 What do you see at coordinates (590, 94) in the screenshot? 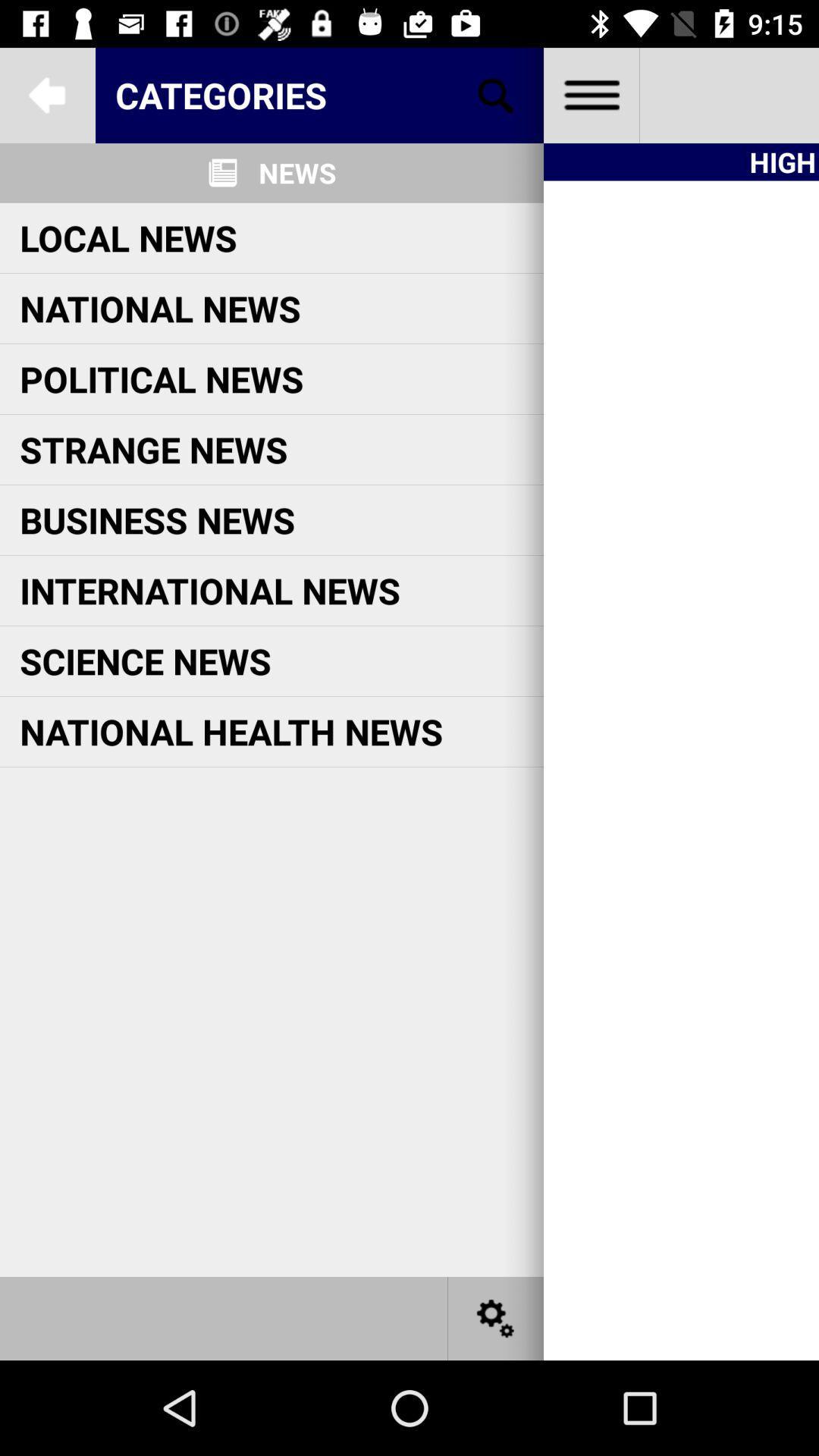
I see `the menu icon` at bounding box center [590, 94].